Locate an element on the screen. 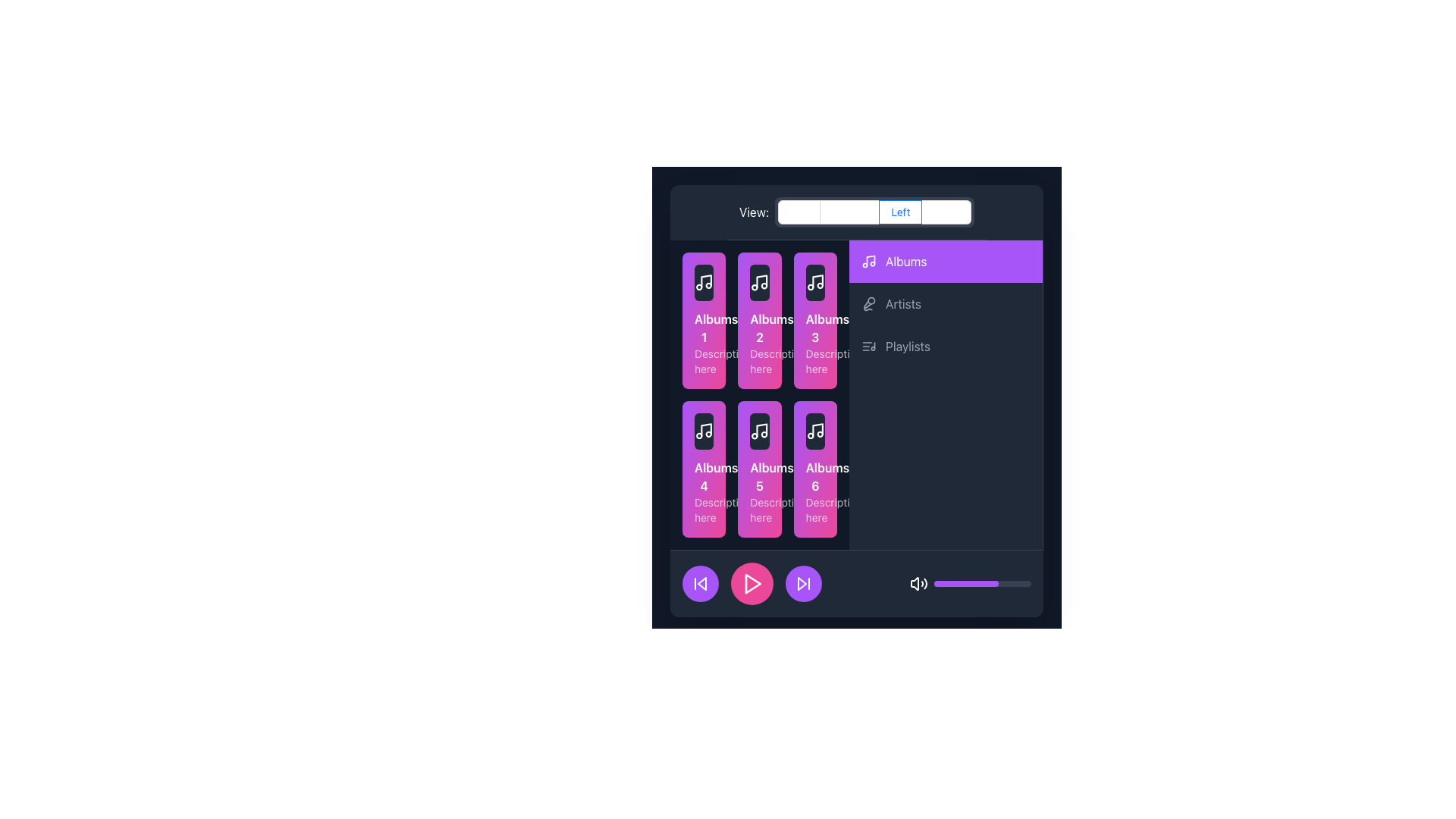  the 'Top' radio button in the group of alignment options is located at coordinates (799, 212).